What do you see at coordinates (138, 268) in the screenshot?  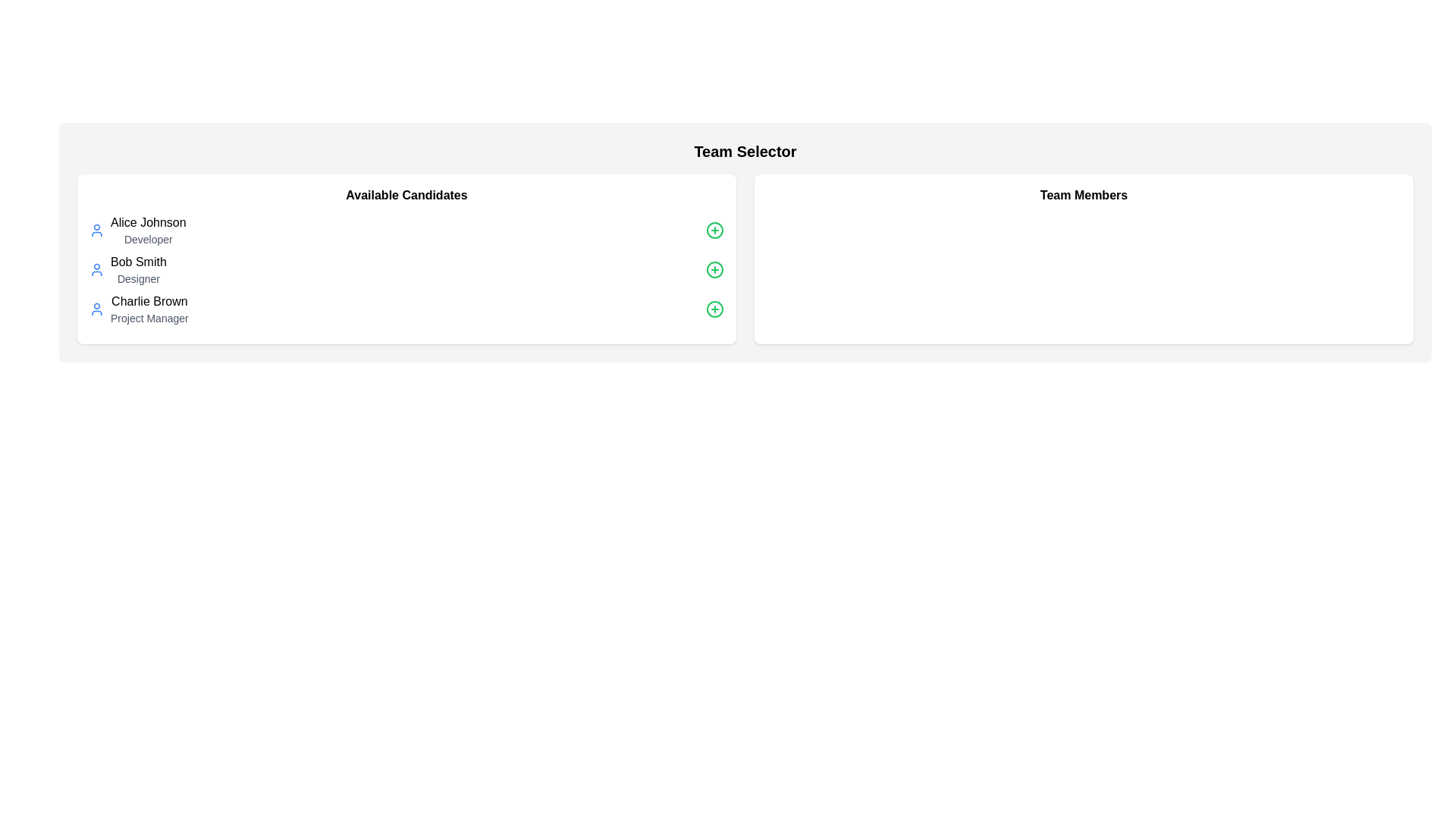 I see `the Text Display representing Bob Smith, the Designer, located in the 'Available Candidates' section as the second entry` at bounding box center [138, 268].